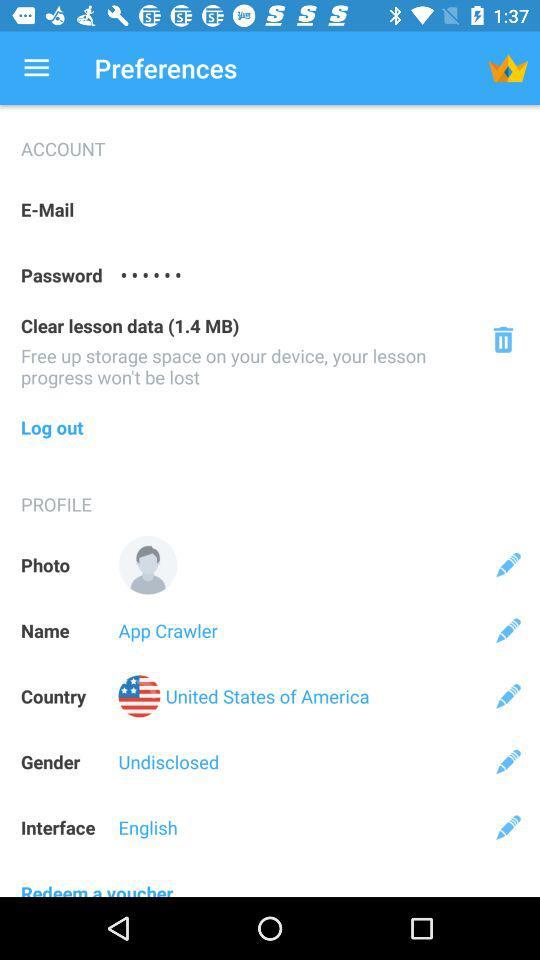  What do you see at coordinates (508, 696) in the screenshot?
I see `edit button which is next to united states of america` at bounding box center [508, 696].